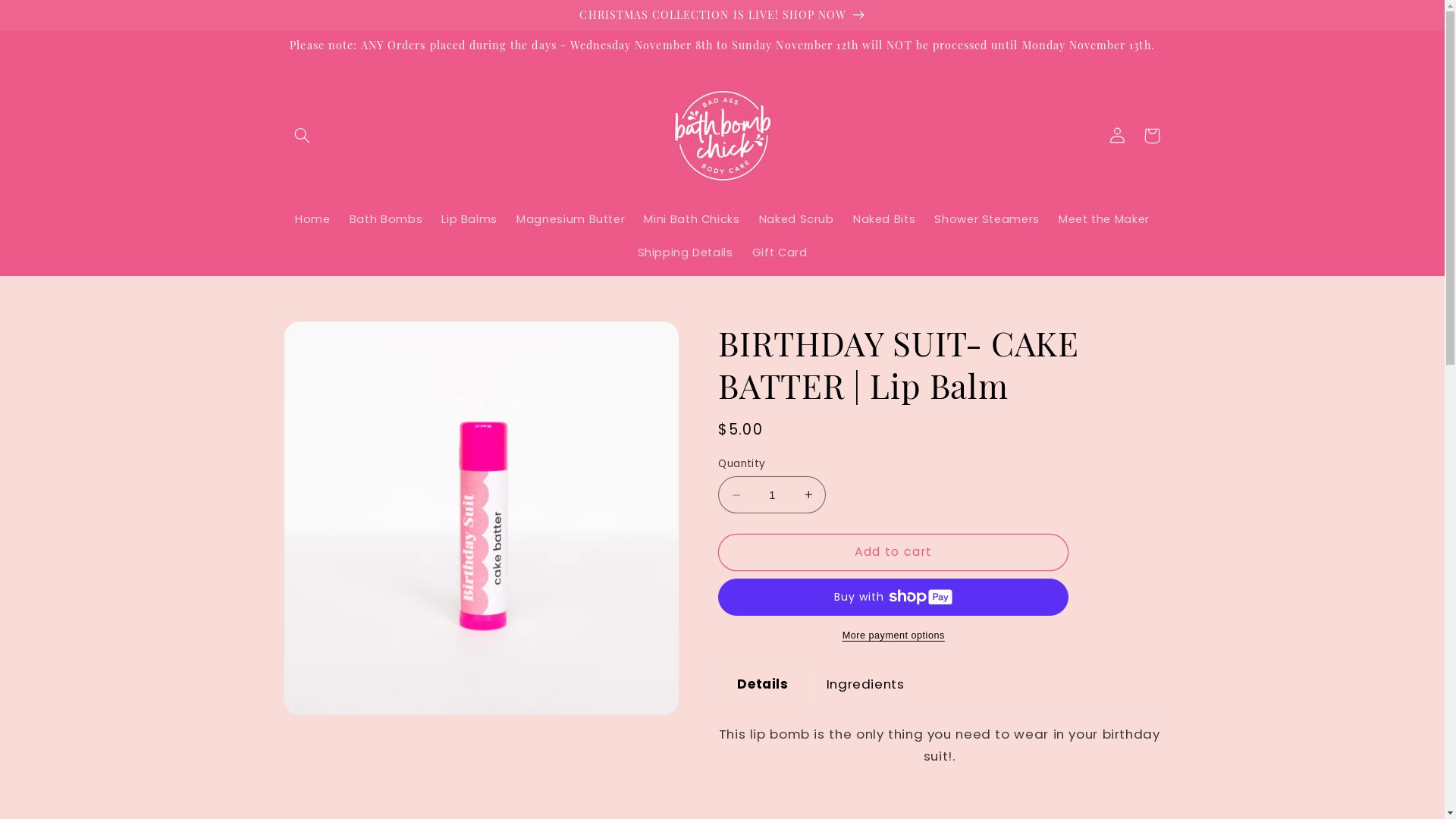 This screenshot has height=819, width=1456. I want to click on 'Add to cart', so click(893, 552).